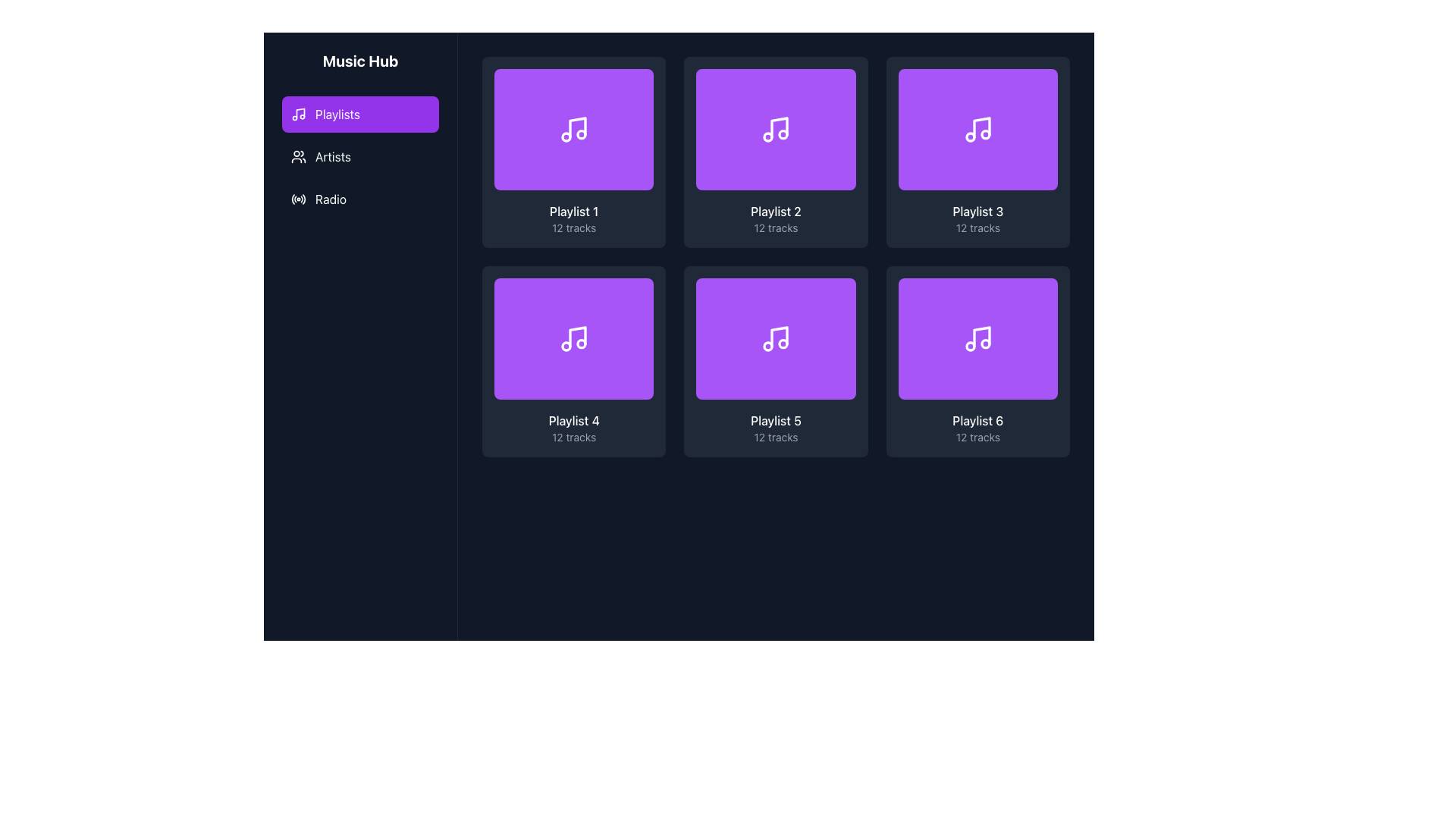 This screenshot has width=1456, height=819. What do you see at coordinates (985, 133) in the screenshot?
I see `the small black circle located within the musical note icon in the 'Playlist 3' card, which is the rightmost circle in the SVG graphic` at bounding box center [985, 133].